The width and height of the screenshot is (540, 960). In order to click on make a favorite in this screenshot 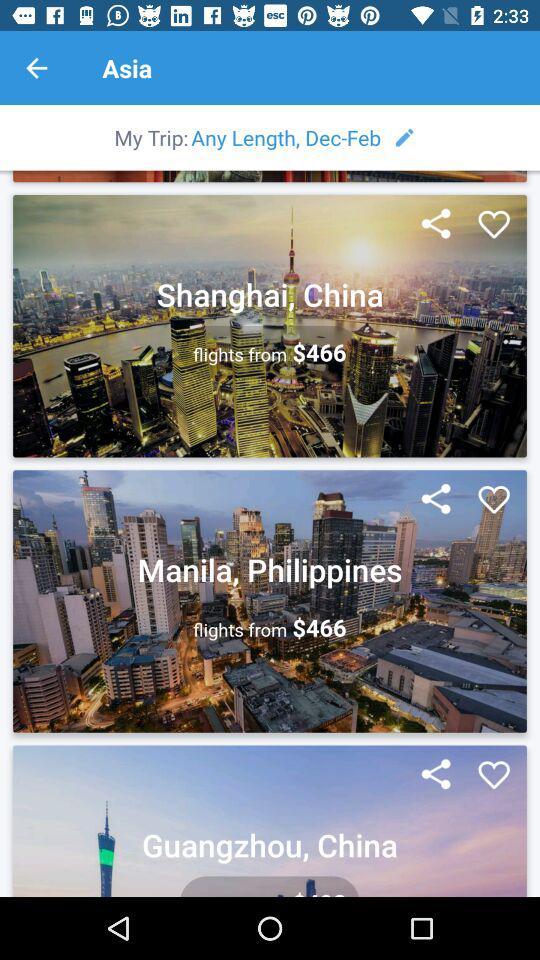, I will do `click(493, 225)`.